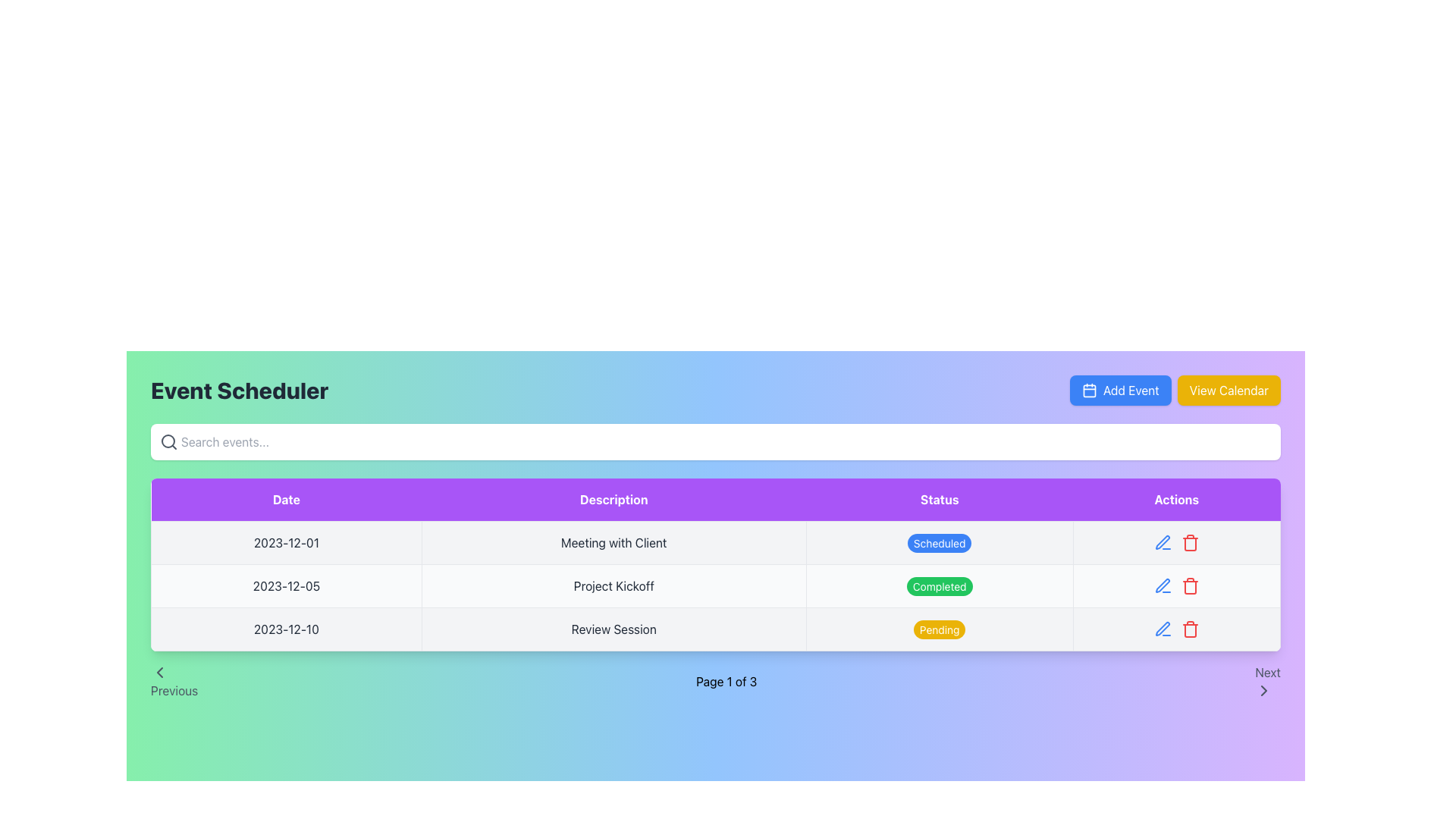  Describe the element at coordinates (1088, 390) in the screenshot. I see `the calendar icon located within the 'Add Event' button at the upper right of the application interface` at that location.